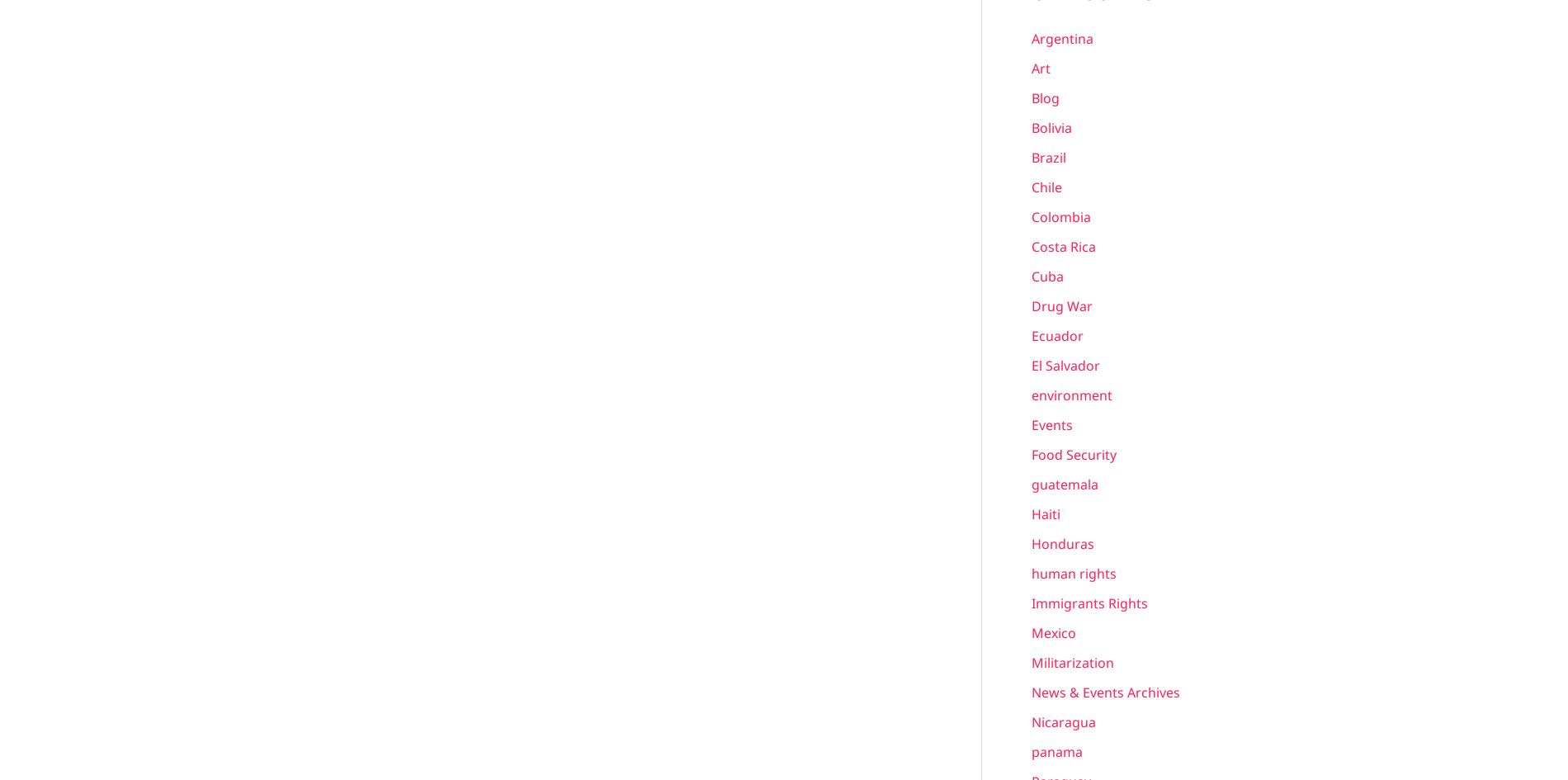 Image resolution: width=1568 pixels, height=780 pixels. What do you see at coordinates (1073, 455) in the screenshot?
I see `'Food Security'` at bounding box center [1073, 455].